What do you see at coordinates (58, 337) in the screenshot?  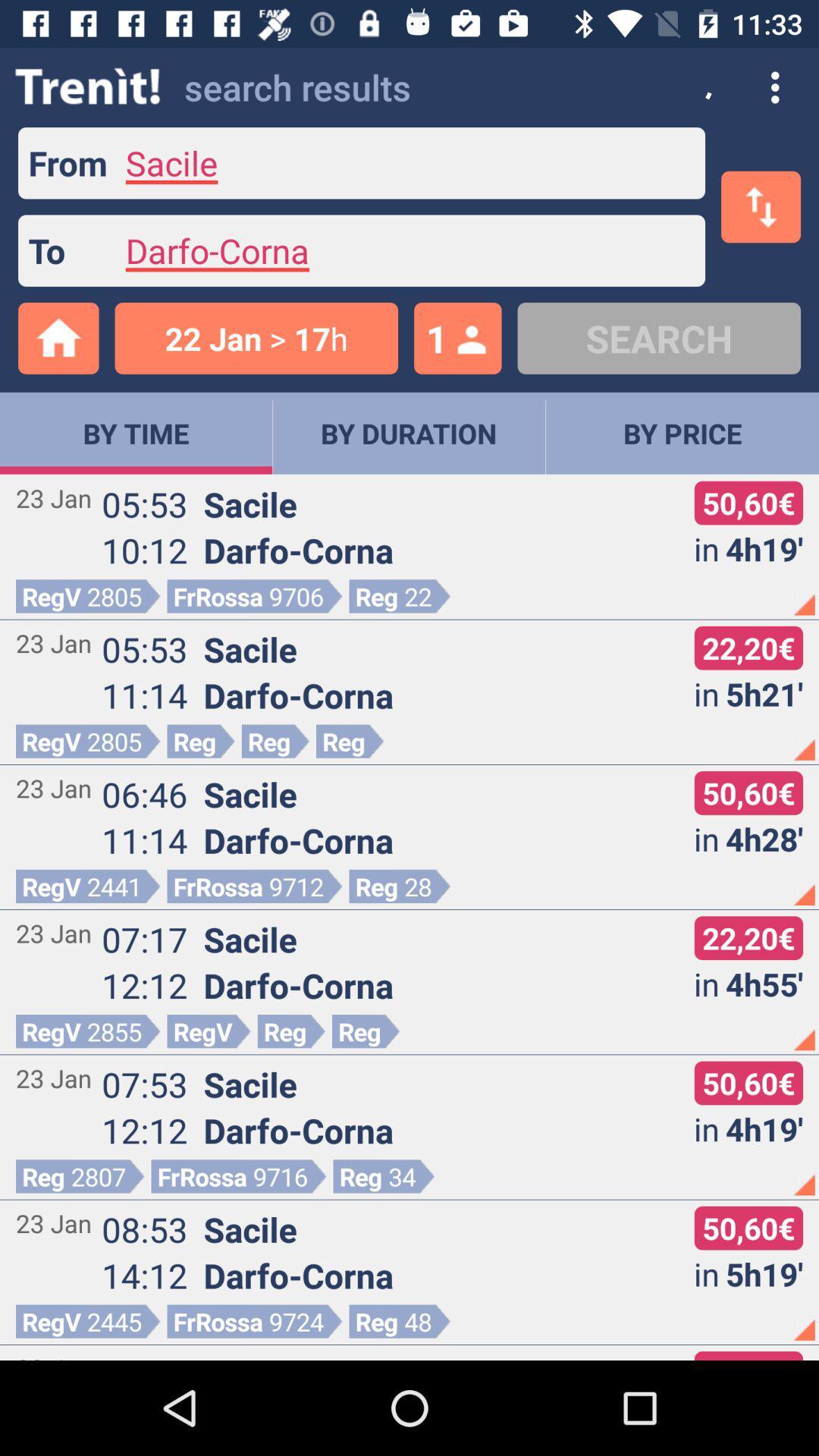 I see `the home icon` at bounding box center [58, 337].